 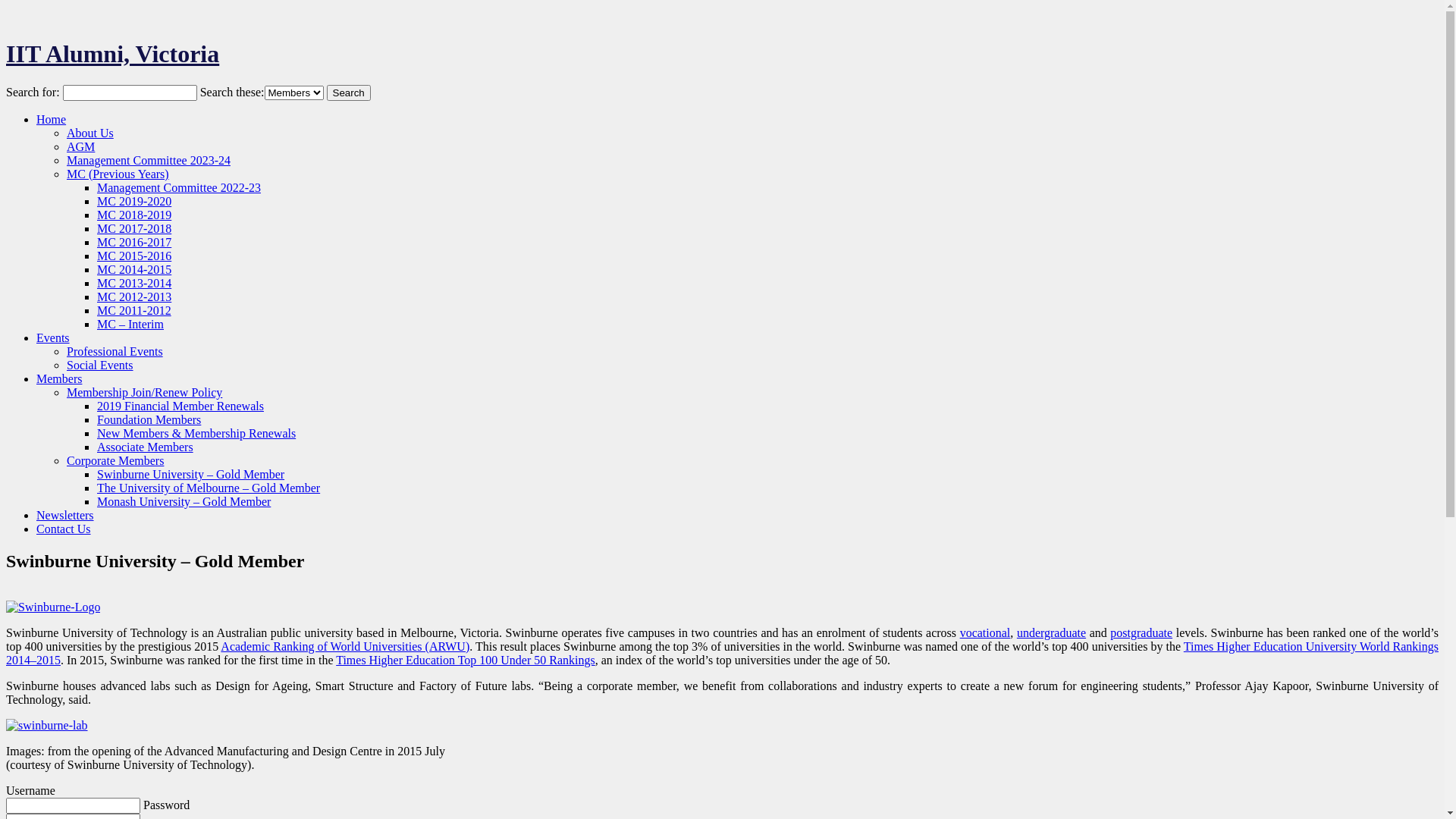 What do you see at coordinates (134, 283) in the screenshot?
I see `'MC 2013-2014'` at bounding box center [134, 283].